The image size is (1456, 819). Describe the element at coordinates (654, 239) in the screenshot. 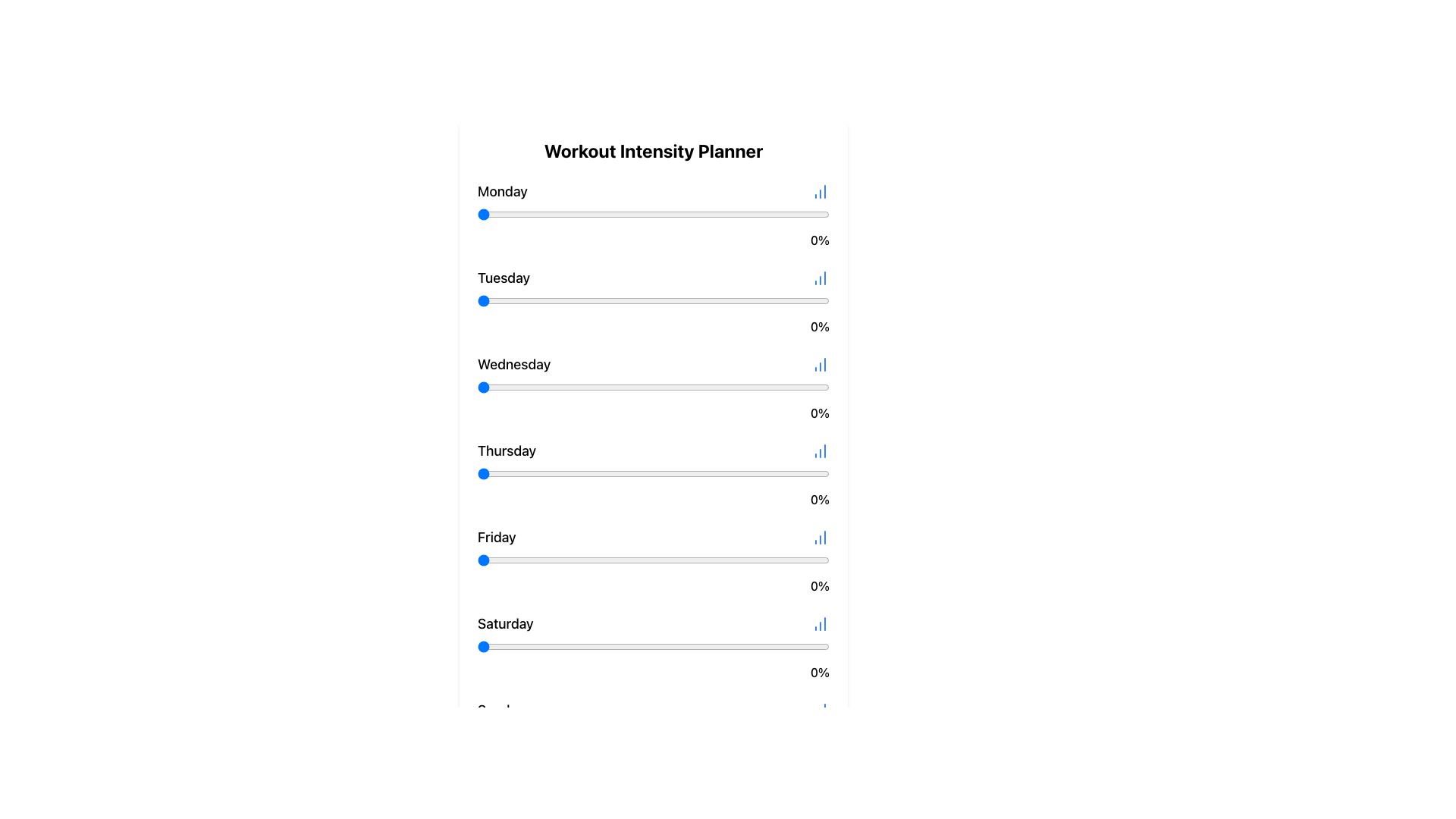

I see `the text display showing '0%' located in the 'Monday' section of the weekly scheduler interface, aligned to the right of the associated slider` at that location.